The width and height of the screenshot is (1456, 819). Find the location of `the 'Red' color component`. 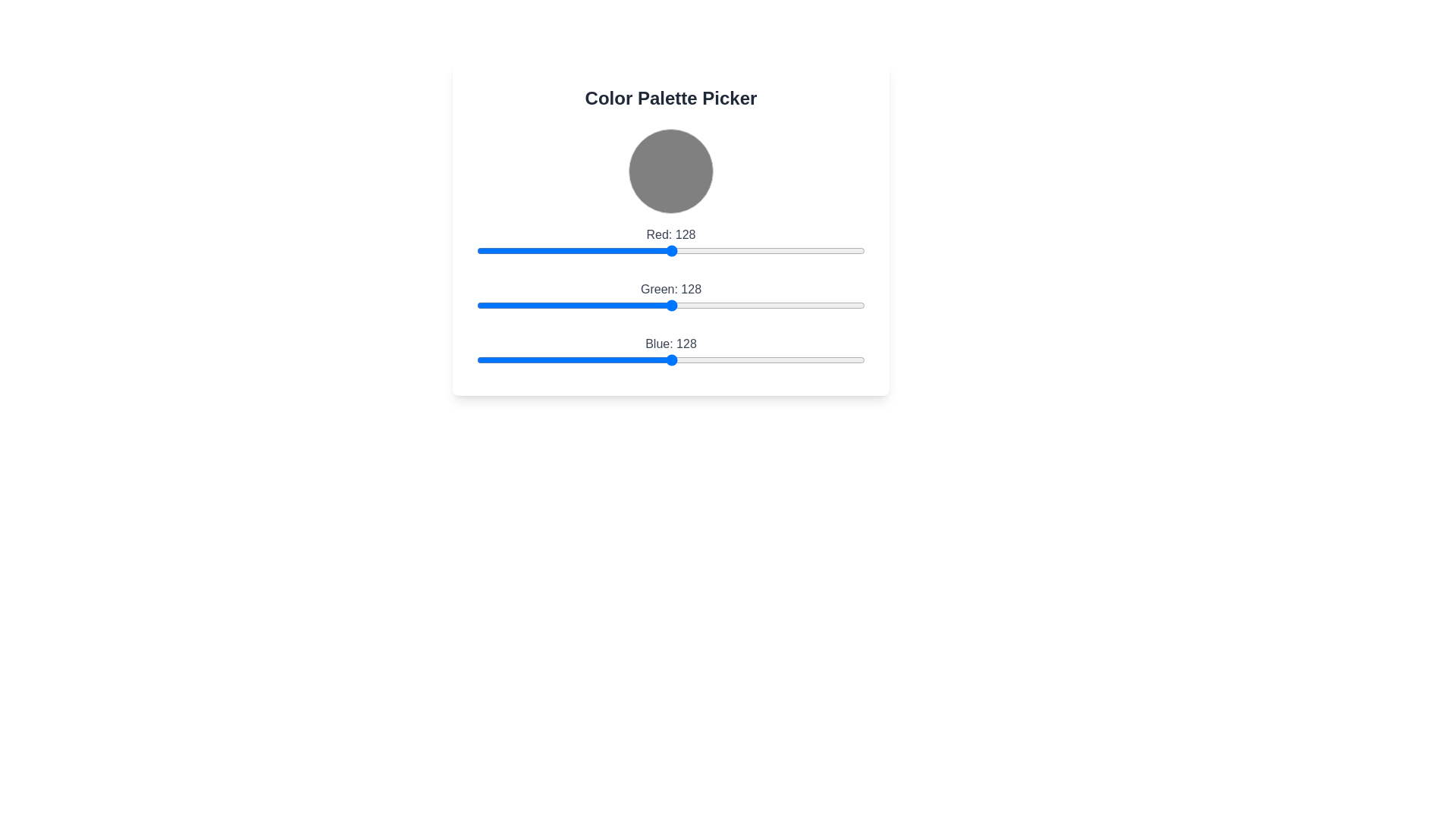

the 'Red' color component is located at coordinates (721, 250).